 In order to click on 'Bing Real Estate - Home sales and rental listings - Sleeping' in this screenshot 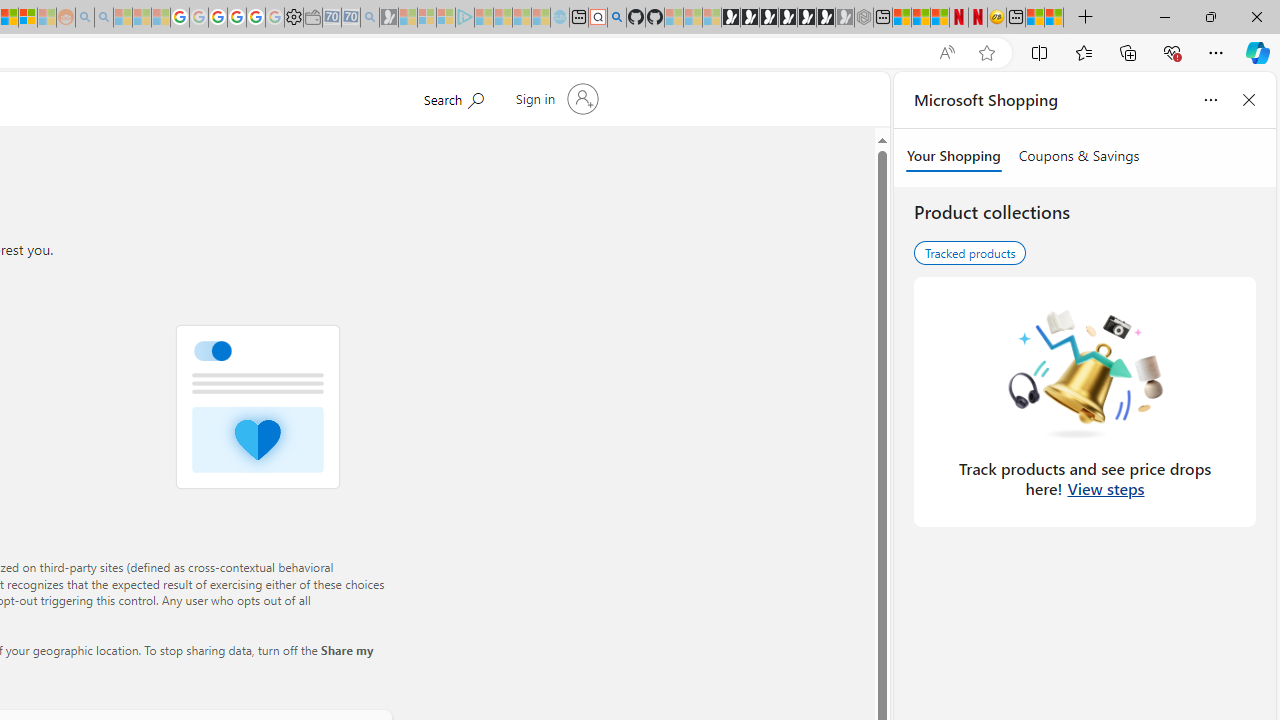, I will do `click(369, 17)`.